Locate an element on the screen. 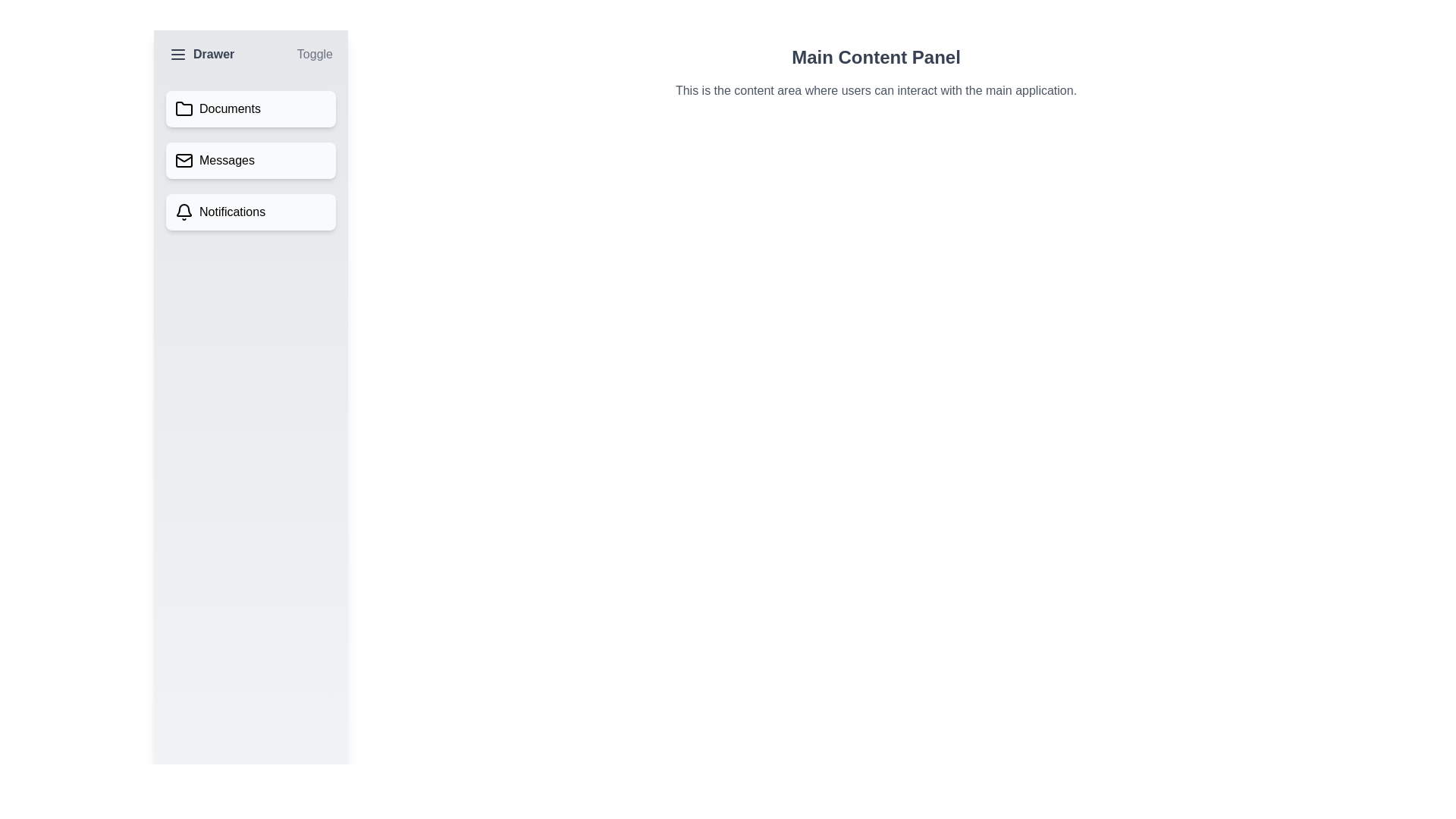 This screenshot has height=819, width=1456. the Text Label that serves as a title or heading for the main content panel, positioned at the top section of the main content area is located at coordinates (876, 57).